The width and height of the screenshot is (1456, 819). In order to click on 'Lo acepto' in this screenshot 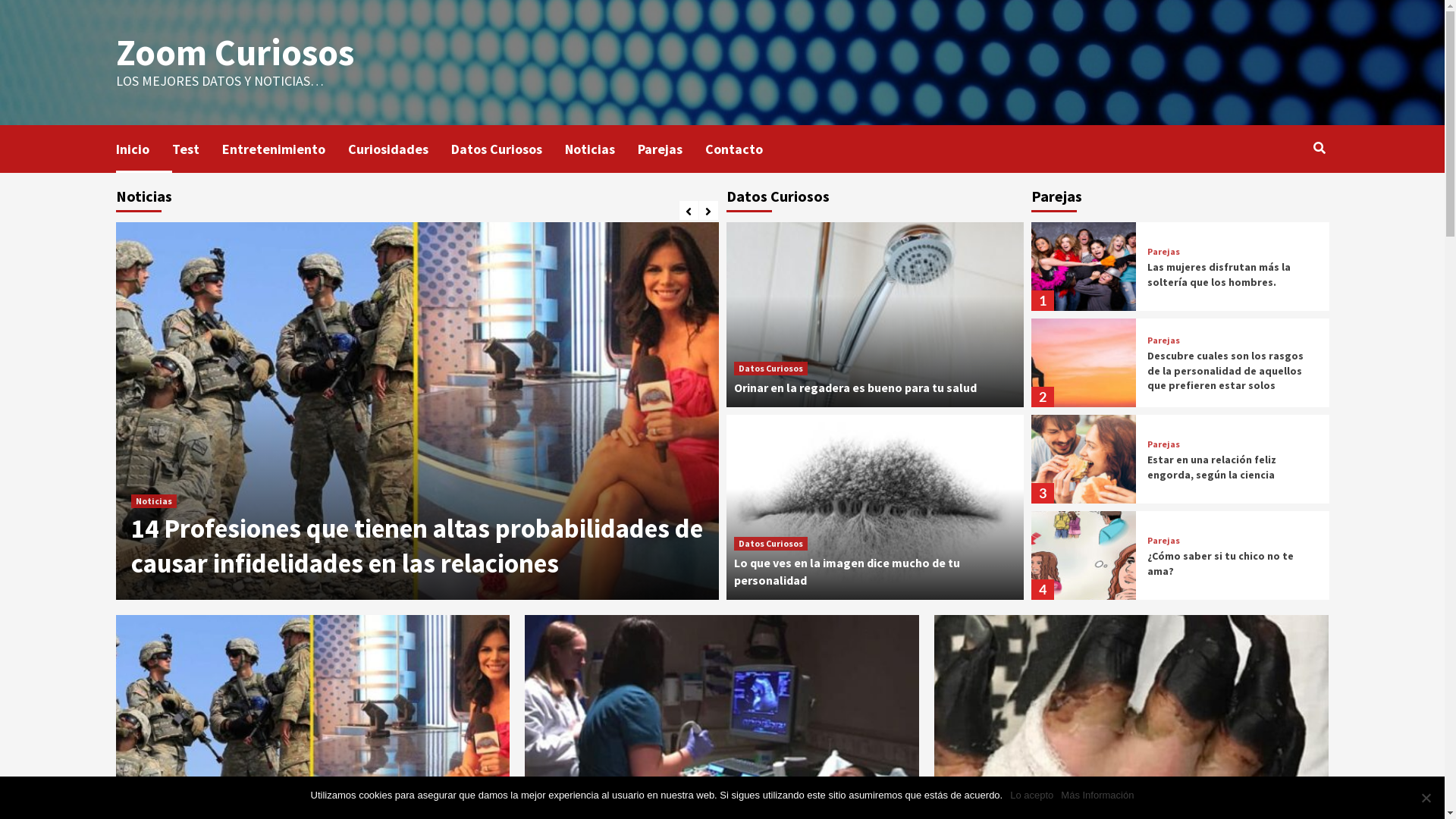, I will do `click(1009, 795)`.